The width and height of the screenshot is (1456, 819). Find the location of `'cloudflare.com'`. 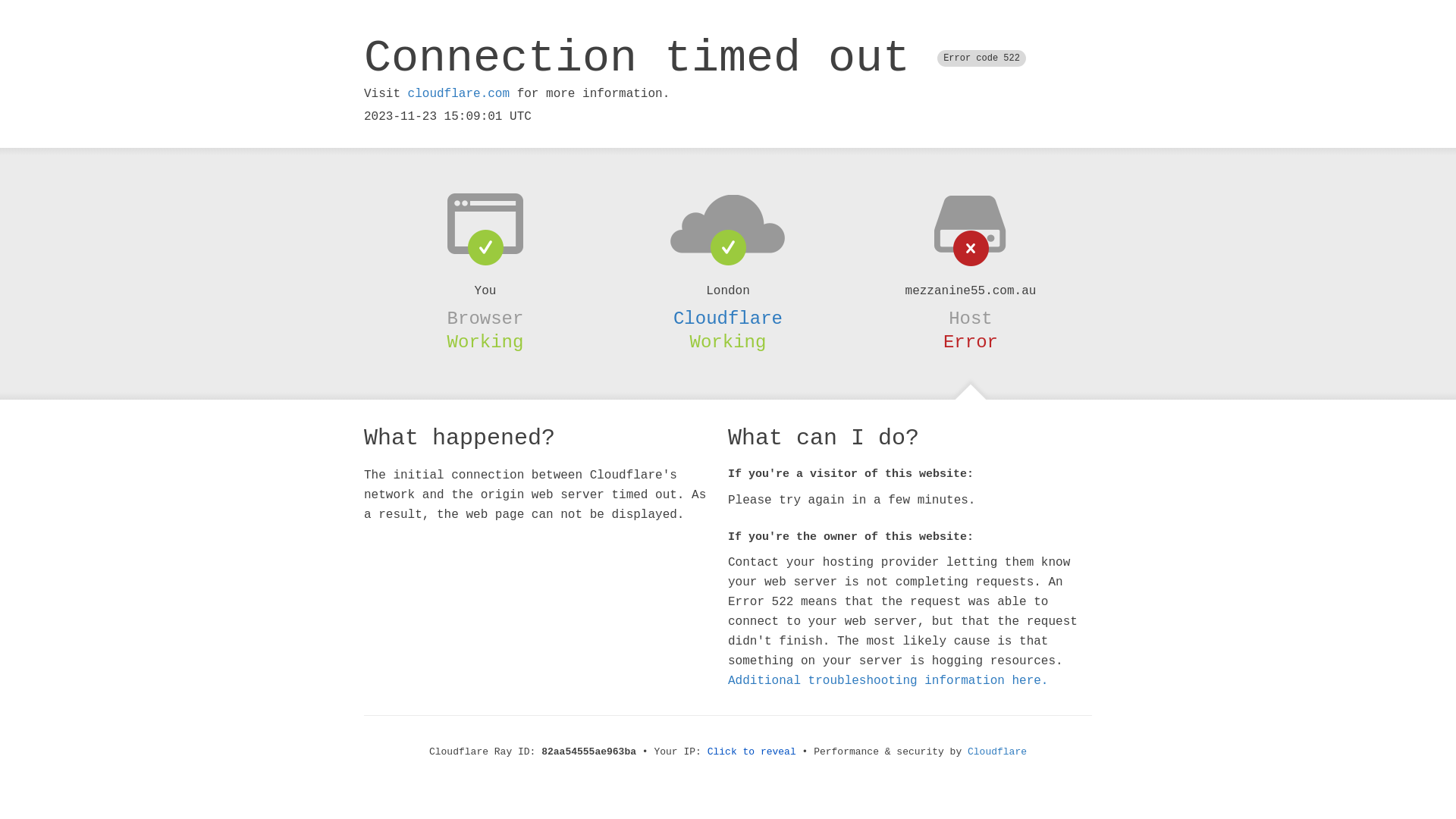

'cloudflare.com' is located at coordinates (457, 93).